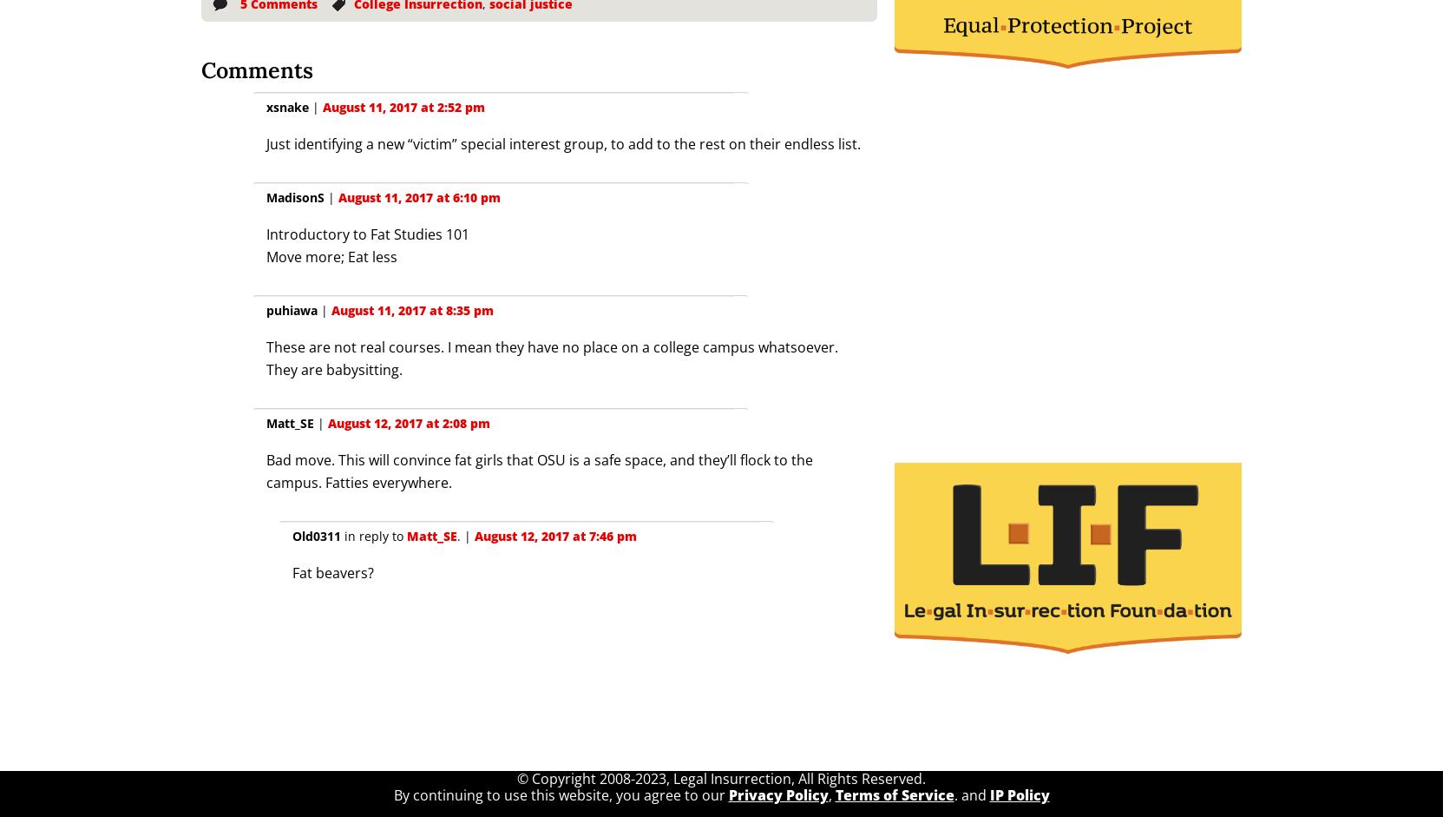  What do you see at coordinates (550, 358) in the screenshot?
I see `'These are not real courses. I mean they have no place on a college campus whatsoever. They are babysitting.'` at bounding box center [550, 358].